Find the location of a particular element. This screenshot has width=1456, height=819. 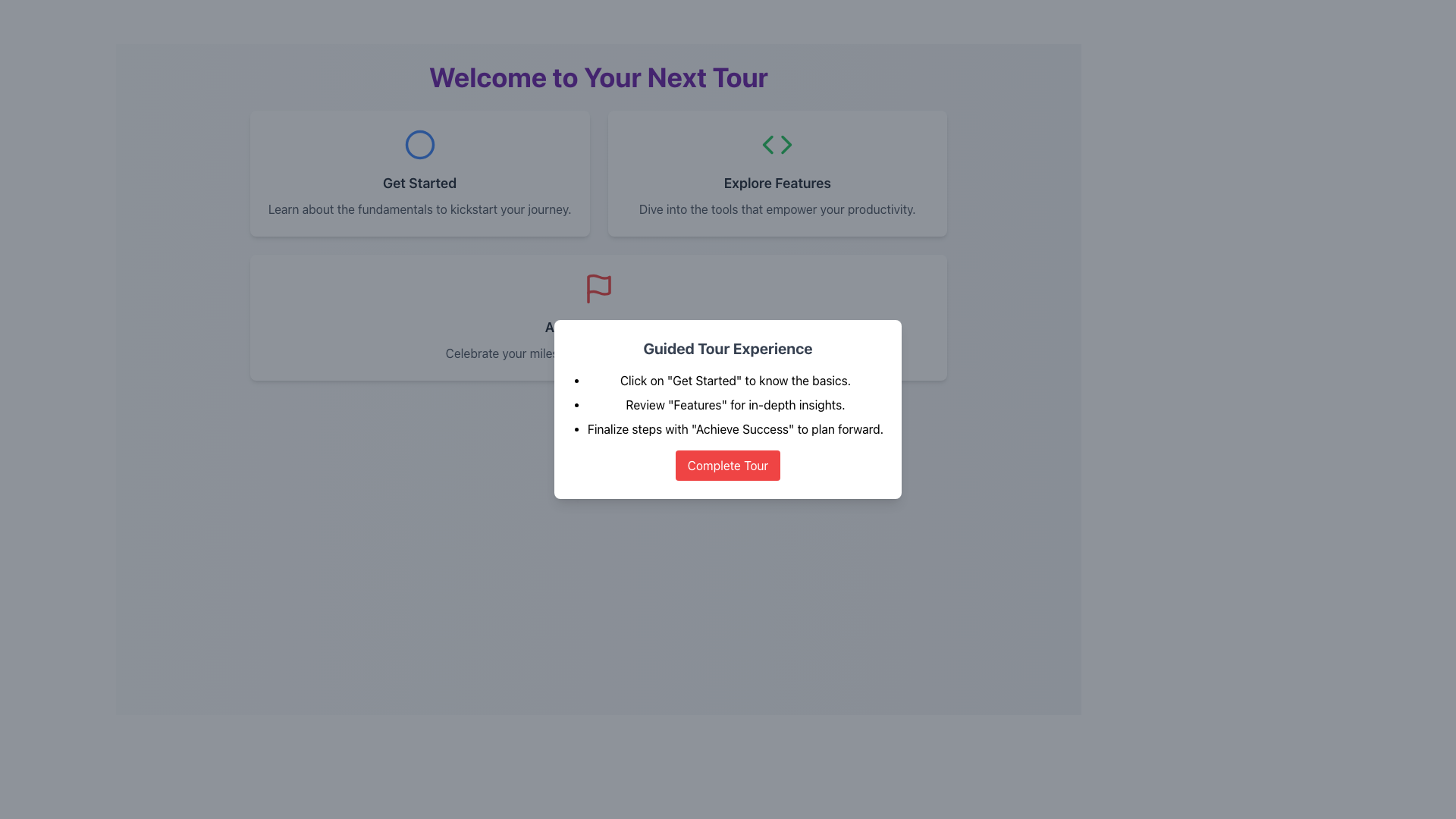

the 'Complete Tour' button, which has rounded edges and a red background, located at the bottom of the modal containing 'Guided Tour Experience' instructions is located at coordinates (728, 464).